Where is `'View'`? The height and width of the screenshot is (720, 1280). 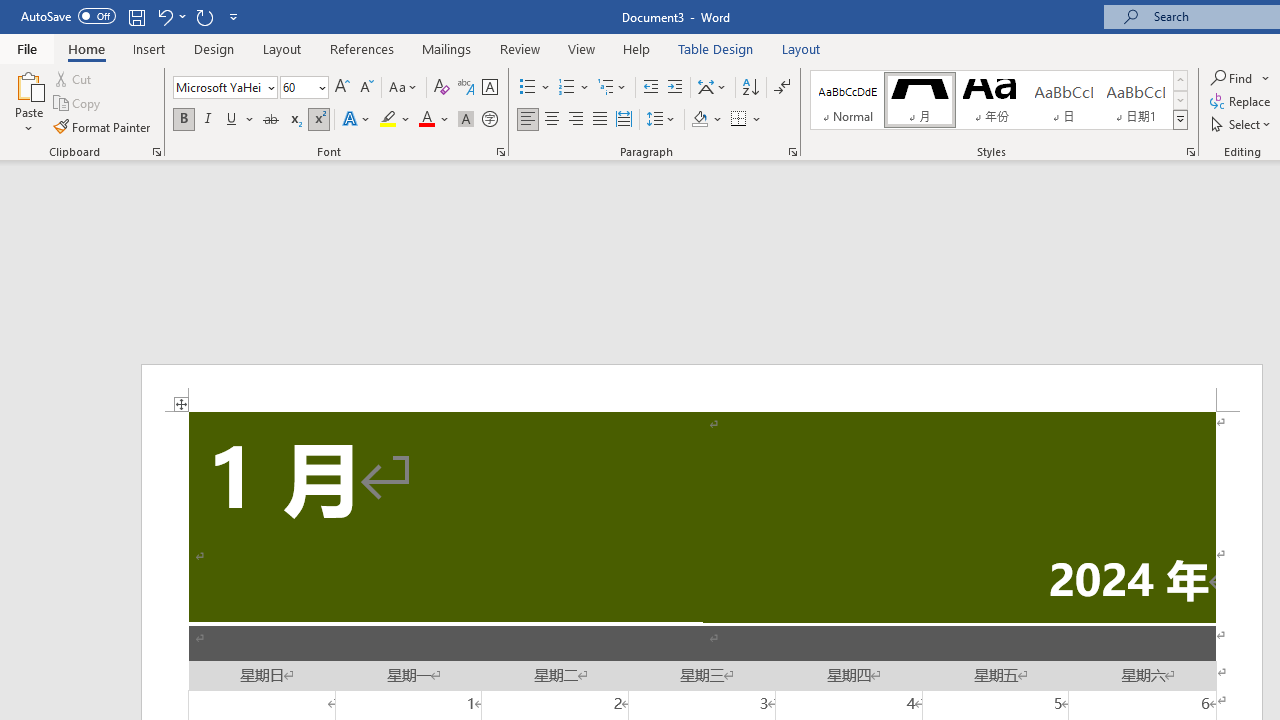
'View' is located at coordinates (581, 48).